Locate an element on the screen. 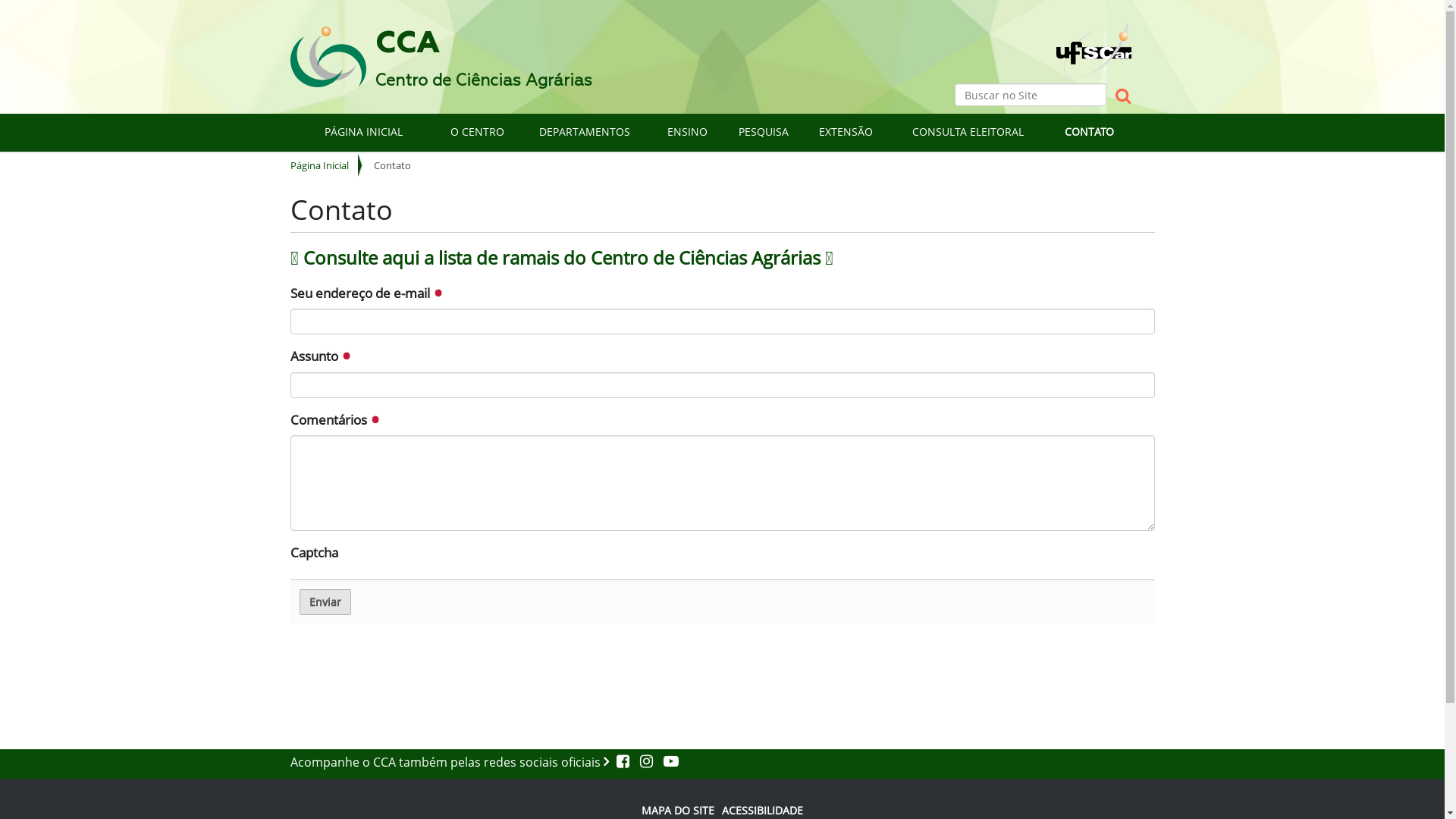  'PESQUISA' is located at coordinates (763, 130).